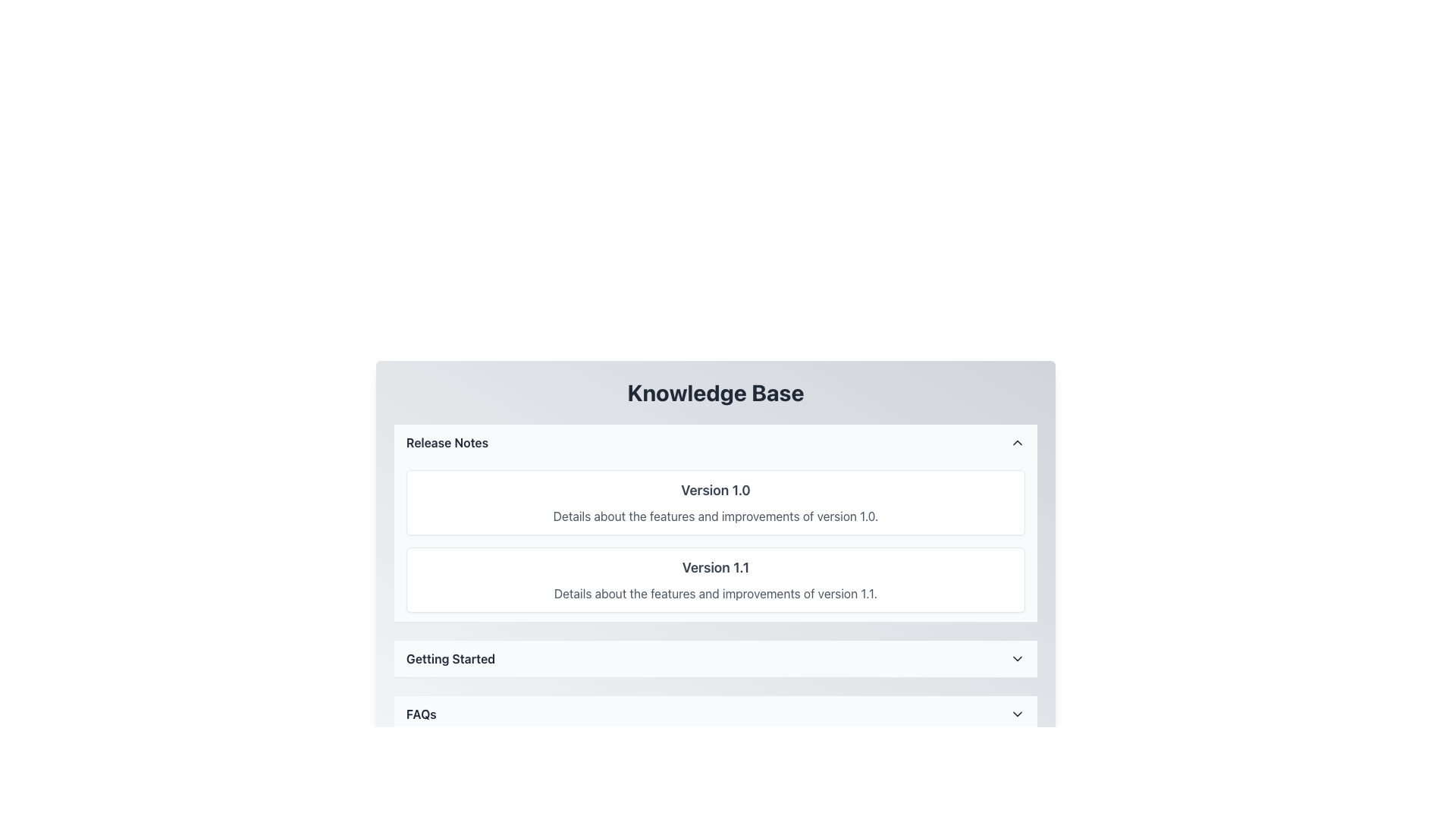 The height and width of the screenshot is (819, 1456). Describe the element at coordinates (715, 540) in the screenshot. I see `the interactive versions within the Information Group located in the 'Release Notes' section, which contains two vertically aligned blocks of software version information` at that location.